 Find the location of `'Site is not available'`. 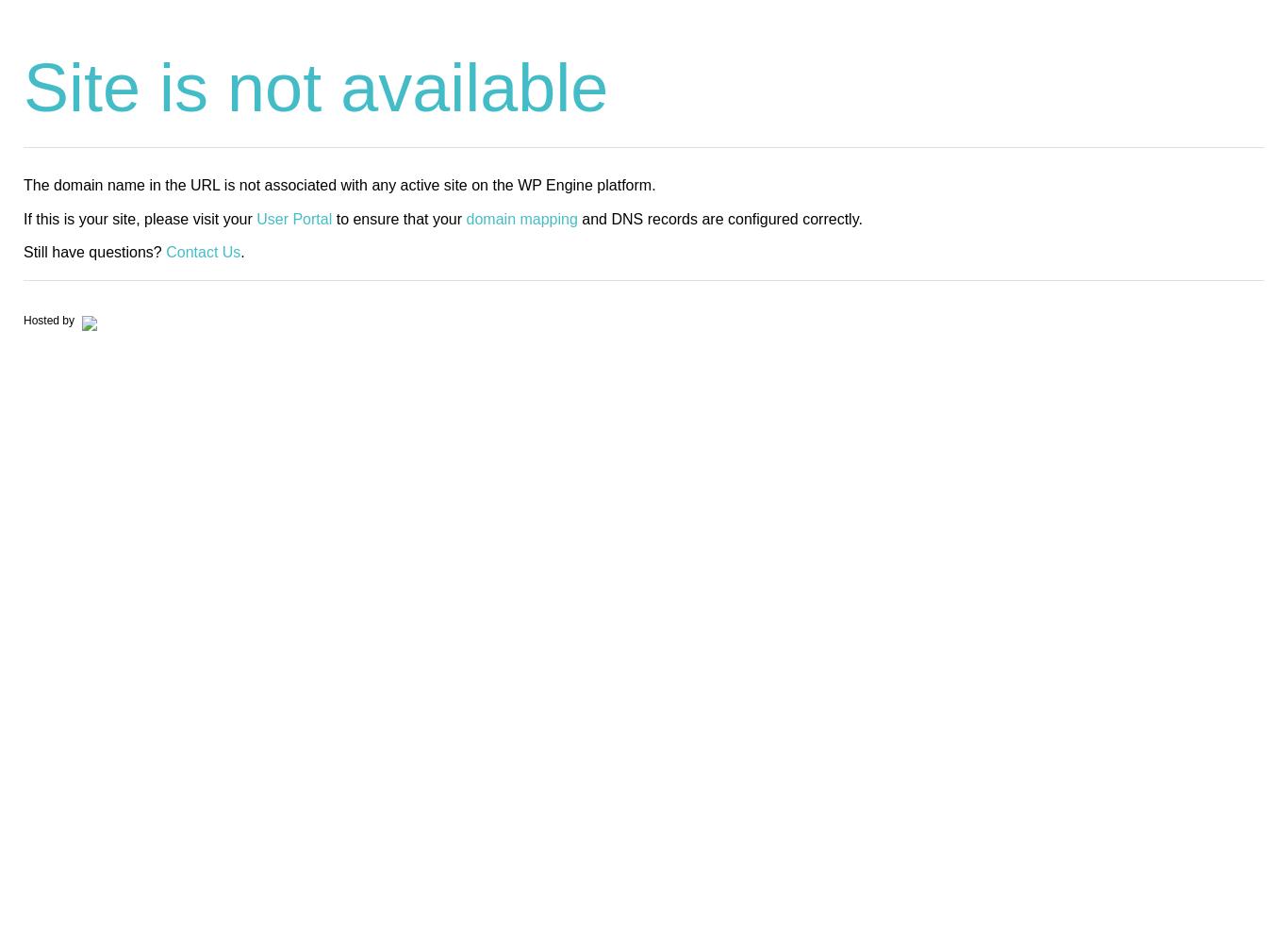

'Site is not available' is located at coordinates (315, 87).